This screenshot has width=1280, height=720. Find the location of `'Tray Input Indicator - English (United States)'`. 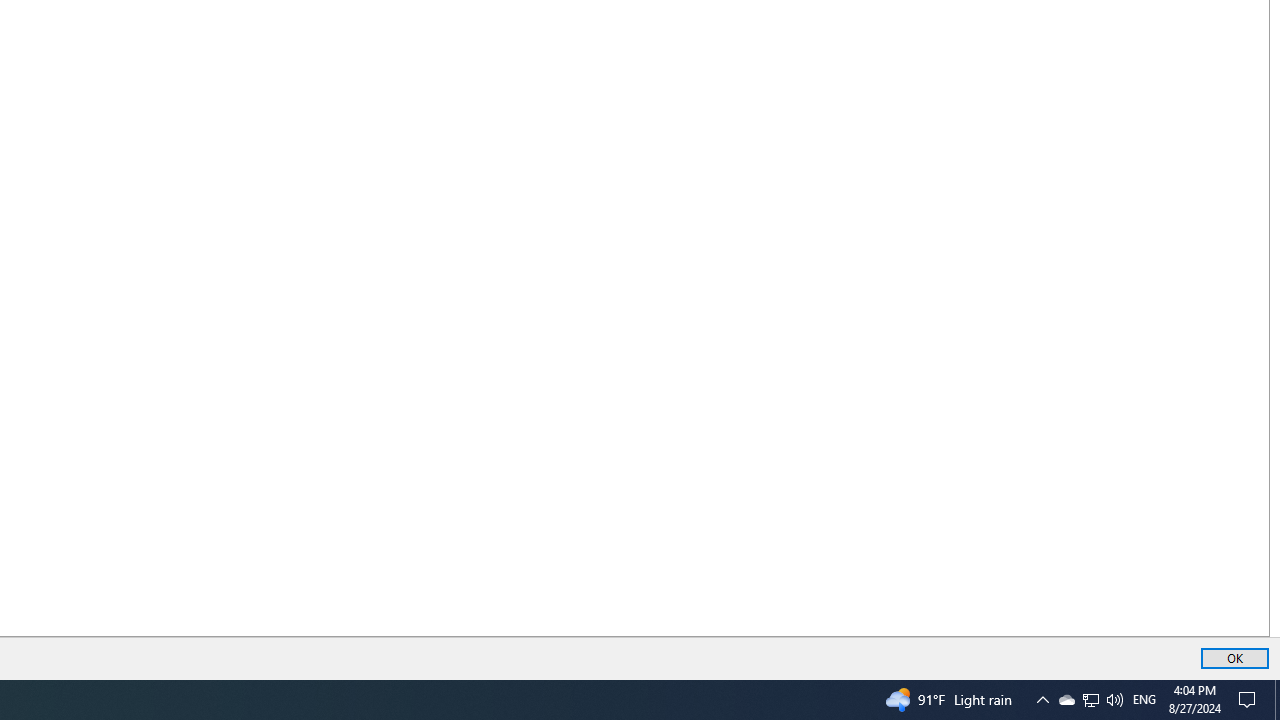

'Tray Input Indicator - English (United States)' is located at coordinates (1144, 698).